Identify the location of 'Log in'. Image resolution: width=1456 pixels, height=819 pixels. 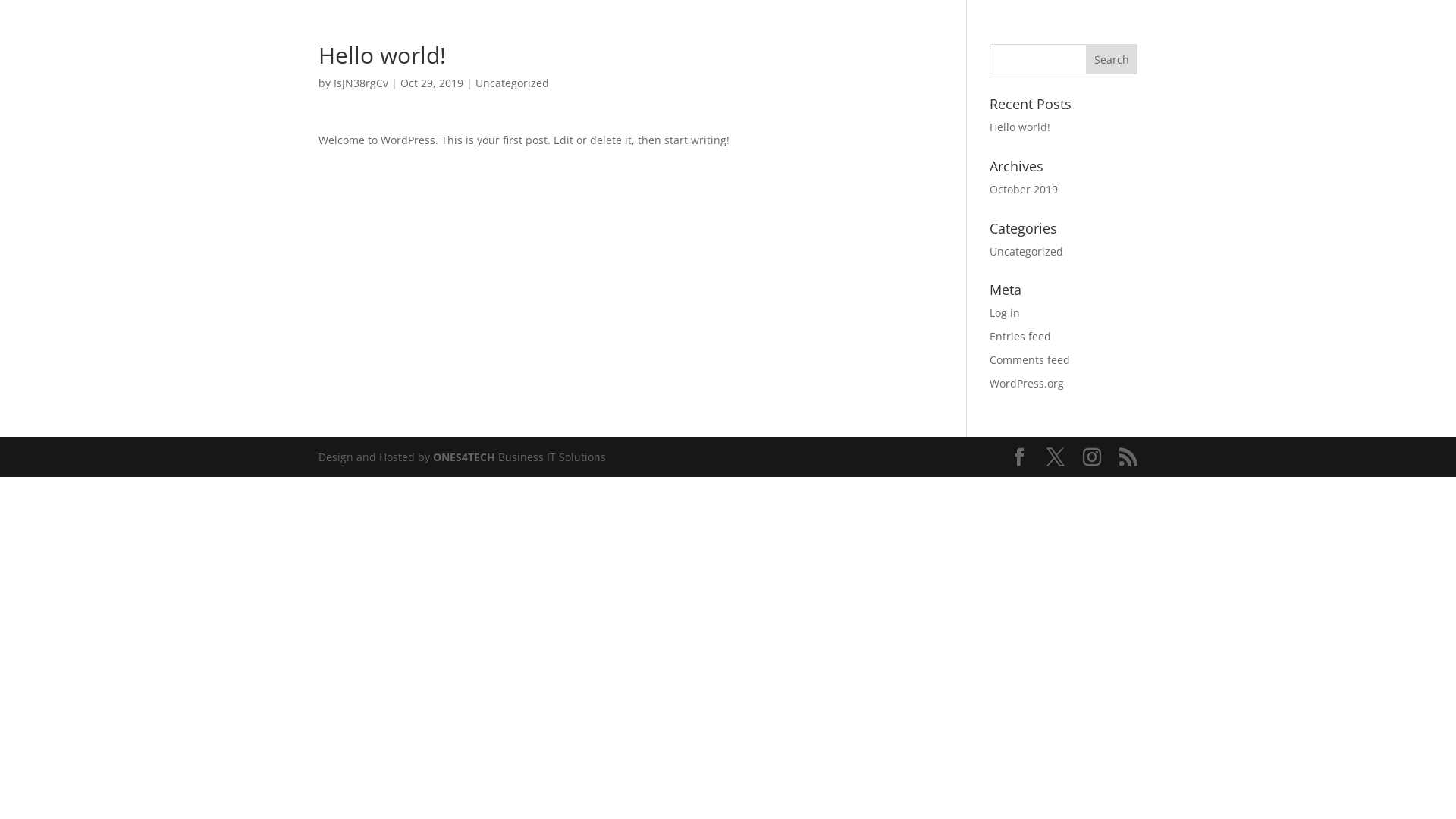
(1004, 312).